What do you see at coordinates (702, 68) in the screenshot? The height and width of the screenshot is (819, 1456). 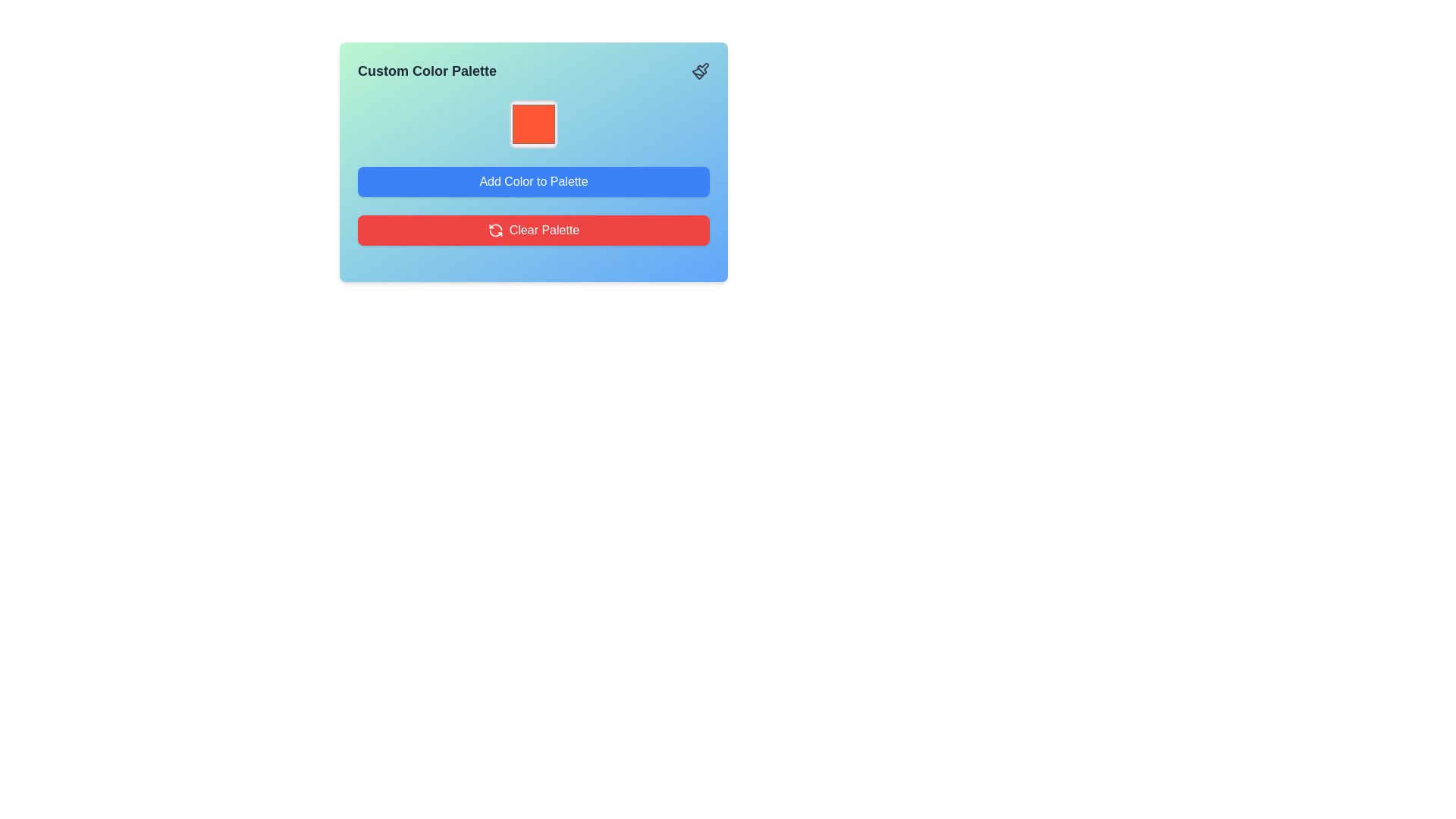 I see `the edit icon located in the top-right corner of the colored card to observe the associated tooltip or functionality` at bounding box center [702, 68].